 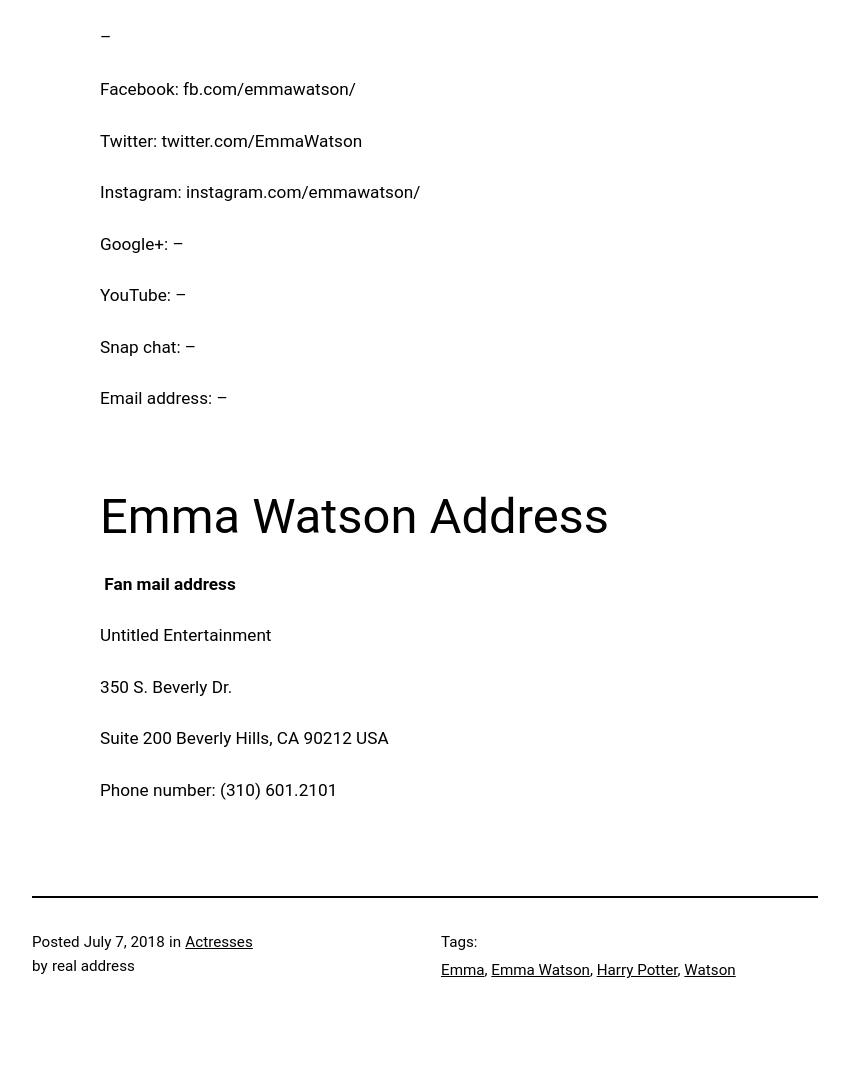 I want to click on 'Emma Watson Address', so click(x=353, y=516).